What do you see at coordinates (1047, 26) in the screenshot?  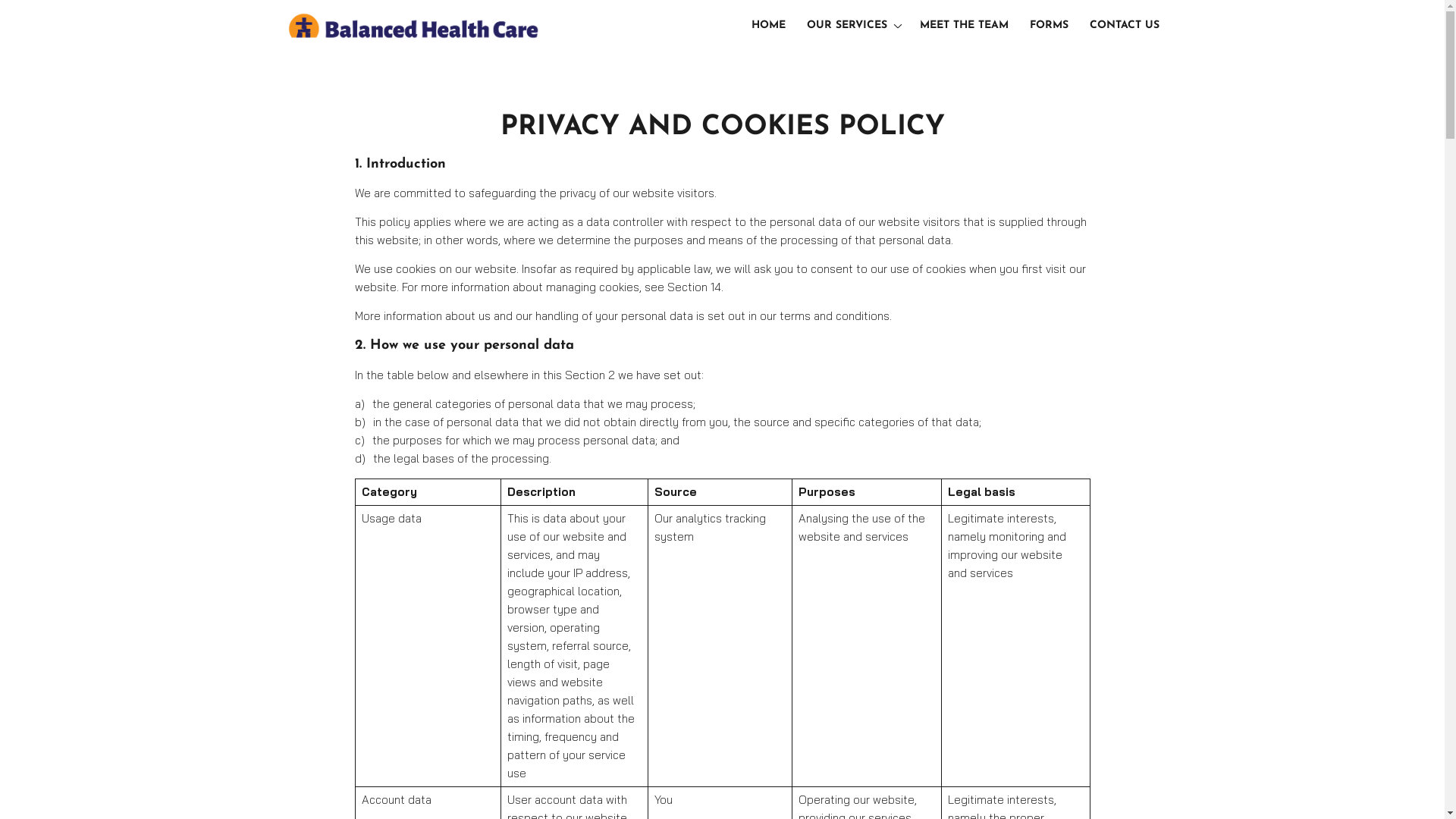 I see `'FORMS'` at bounding box center [1047, 26].